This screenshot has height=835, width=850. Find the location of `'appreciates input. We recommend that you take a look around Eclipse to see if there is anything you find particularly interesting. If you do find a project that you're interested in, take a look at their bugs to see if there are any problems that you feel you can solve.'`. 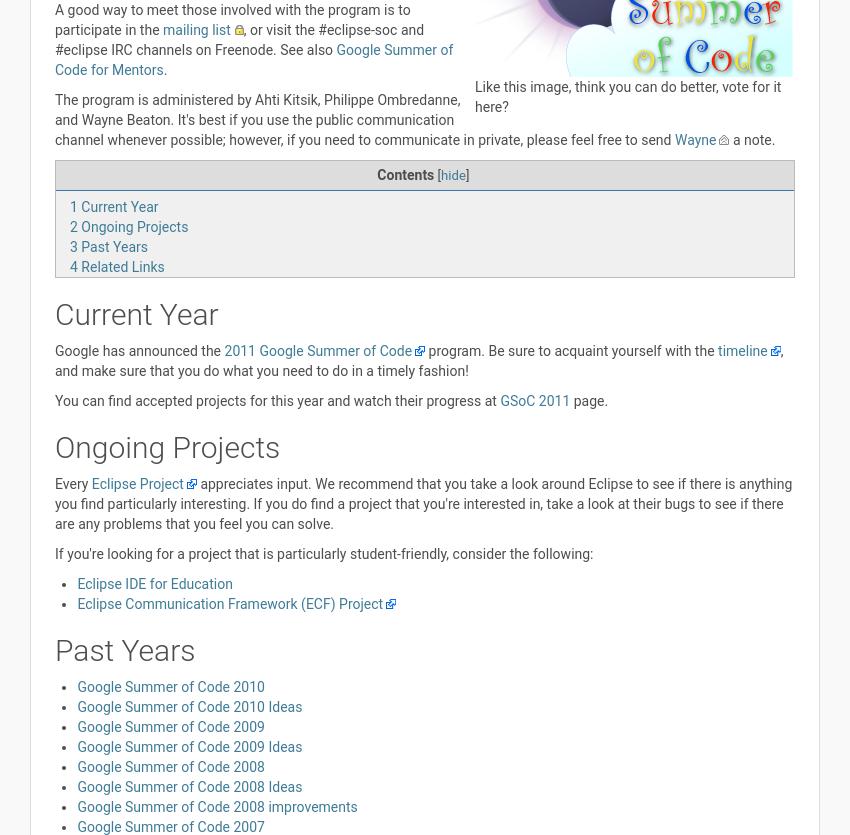

'appreciates input. We recommend that you take a look around Eclipse to see if there is anything you find particularly interesting. If you do find a project that you're interested in, take a look at their bugs to see if there are any problems that you feel you can solve.' is located at coordinates (54, 503).